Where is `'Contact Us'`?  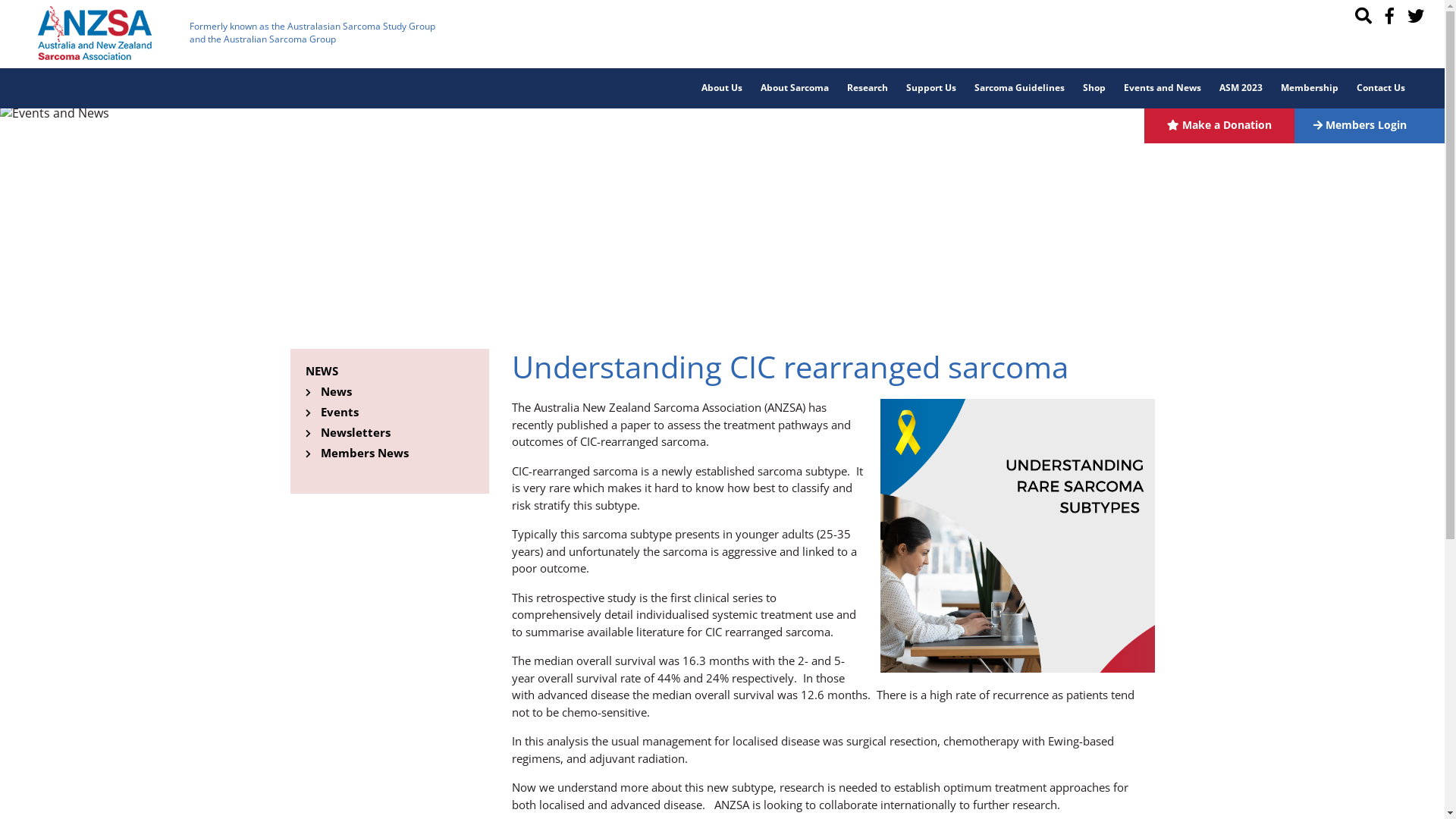
'Contact Us' is located at coordinates (1380, 88).